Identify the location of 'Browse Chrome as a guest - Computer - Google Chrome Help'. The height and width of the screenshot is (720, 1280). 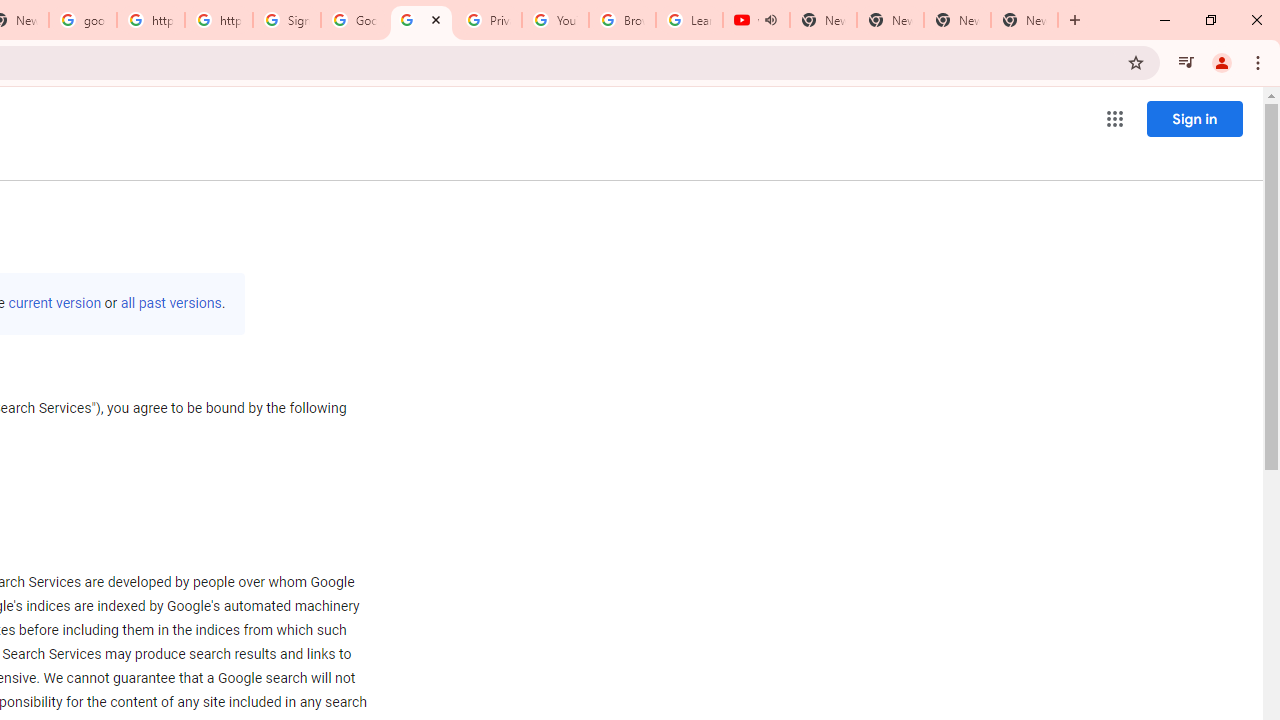
(621, 20).